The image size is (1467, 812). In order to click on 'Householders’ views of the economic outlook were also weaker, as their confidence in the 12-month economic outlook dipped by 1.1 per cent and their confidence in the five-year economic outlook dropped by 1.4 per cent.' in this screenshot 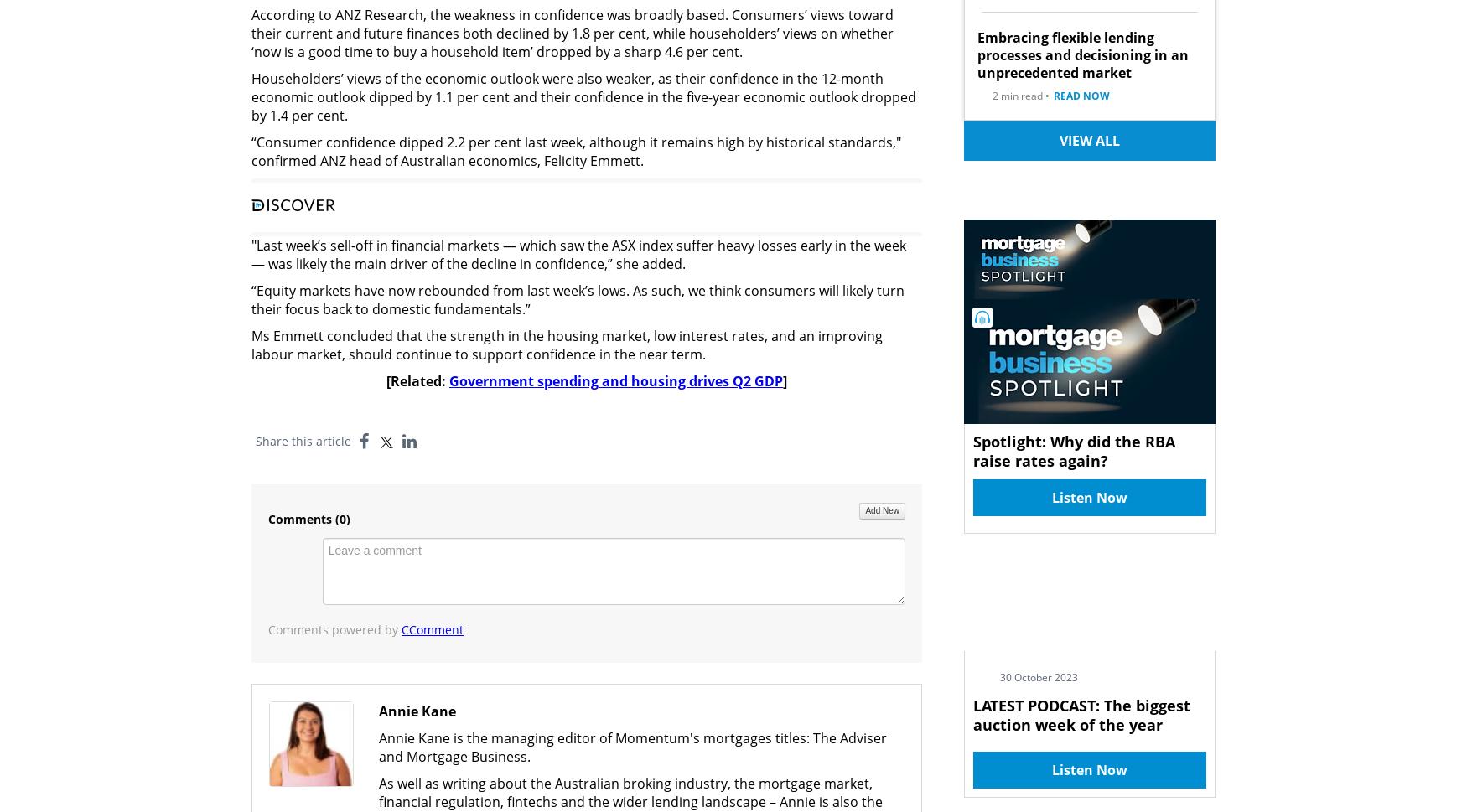, I will do `click(583, 96)`.